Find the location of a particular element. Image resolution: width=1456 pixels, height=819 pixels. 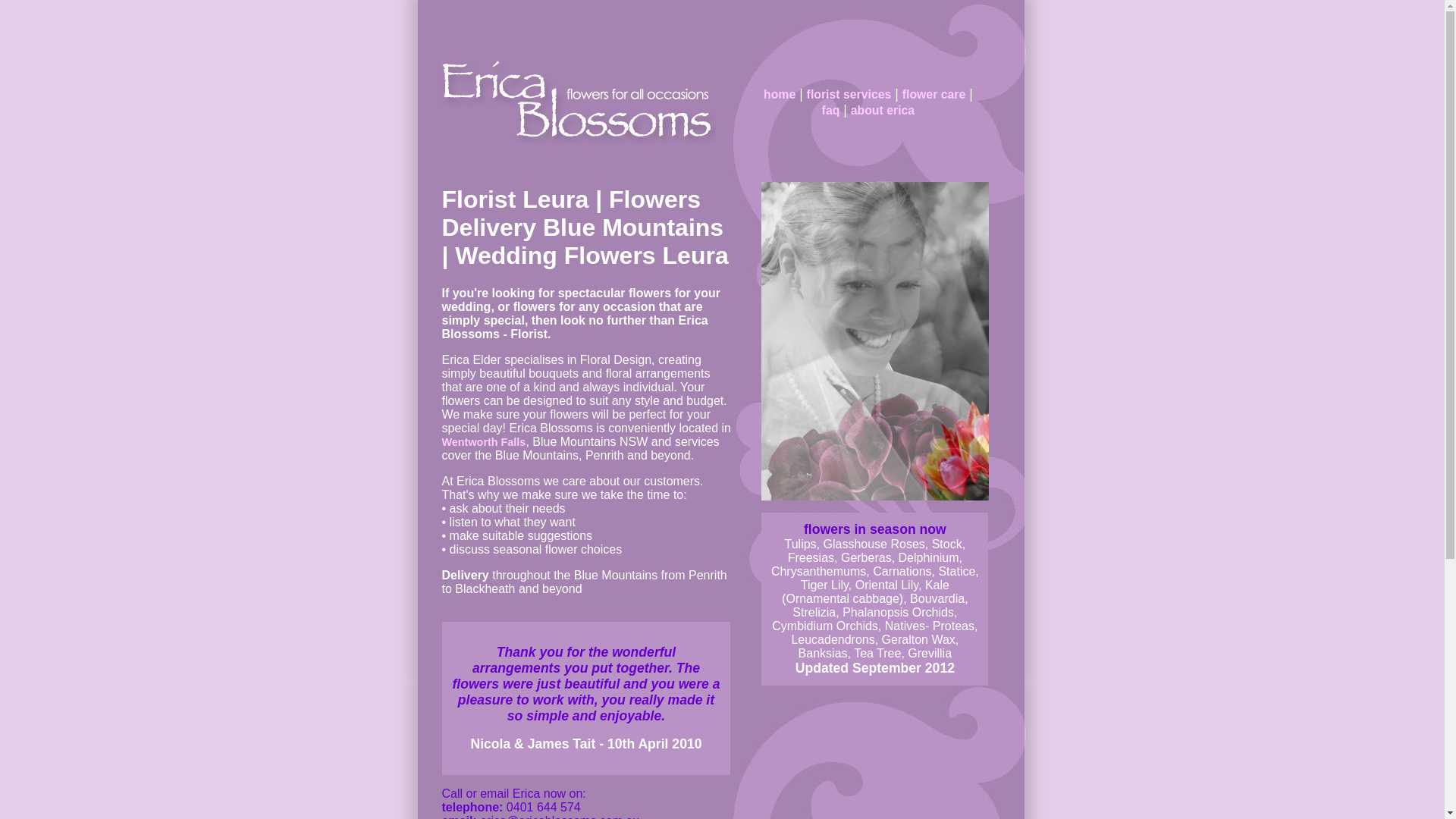

'home' is located at coordinates (779, 94).